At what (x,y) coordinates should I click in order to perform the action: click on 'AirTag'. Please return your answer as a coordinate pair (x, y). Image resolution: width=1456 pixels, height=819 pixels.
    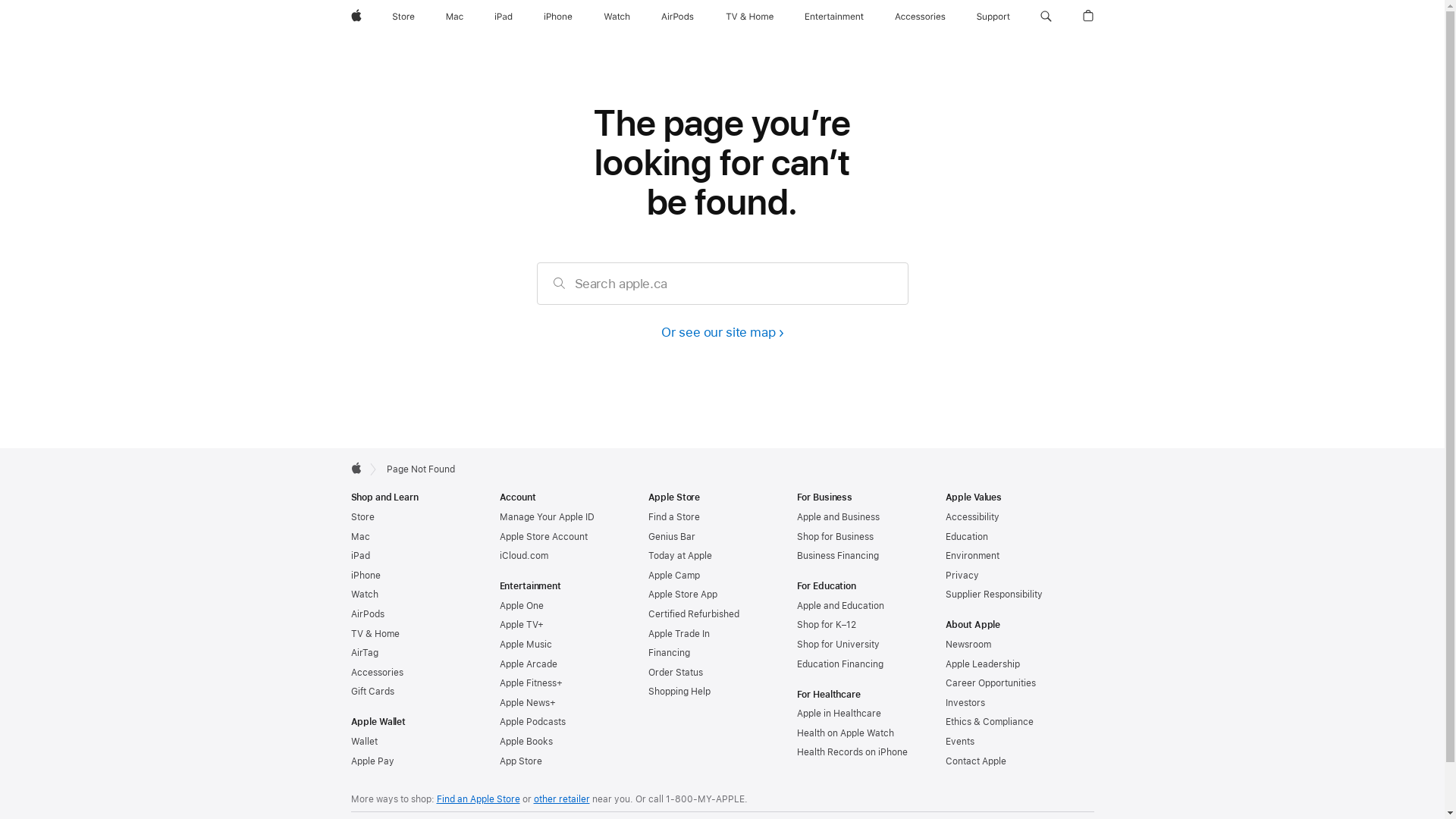
    Looking at the image, I should click on (364, 651).